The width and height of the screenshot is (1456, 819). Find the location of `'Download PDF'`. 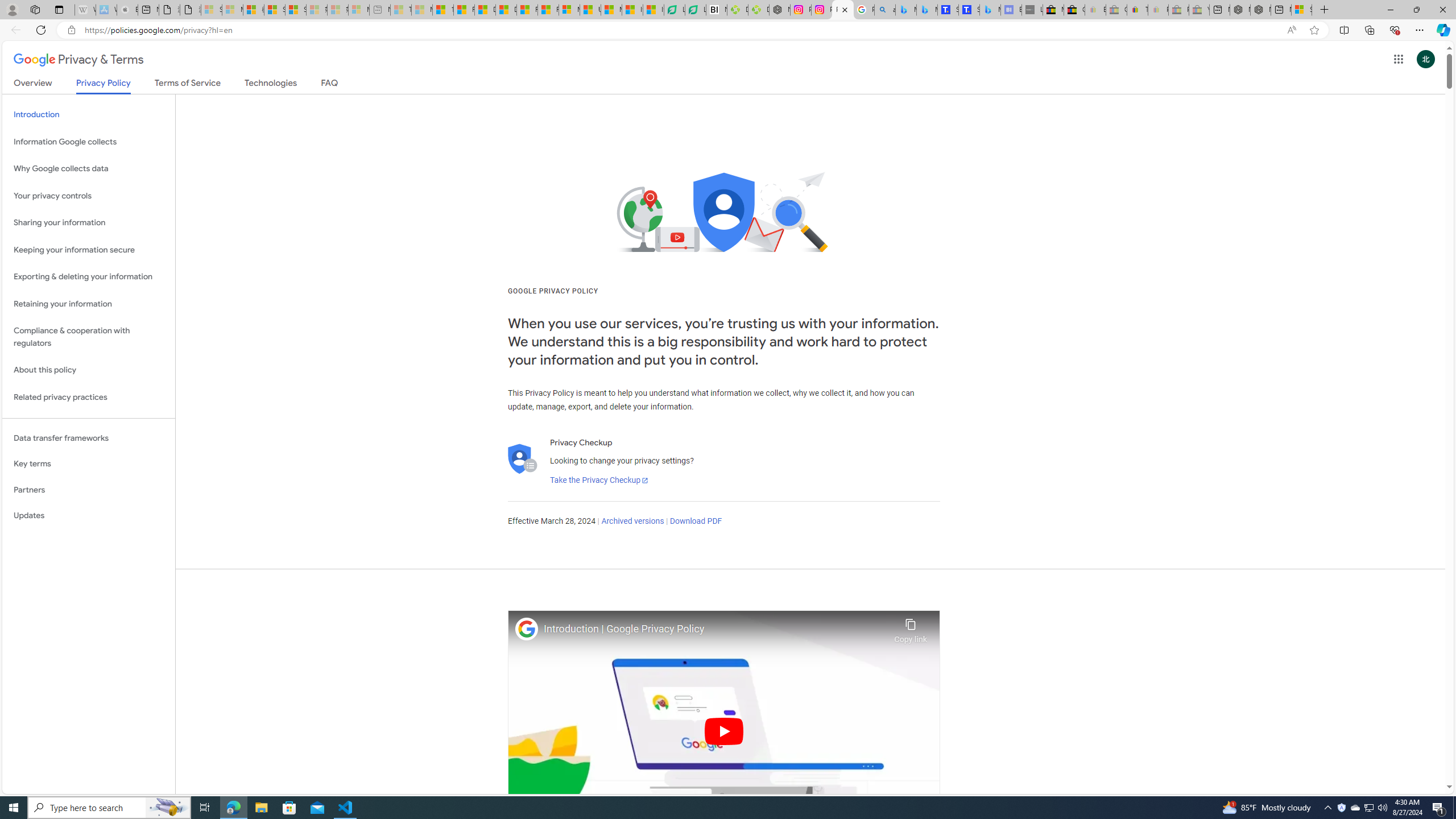

'Download PDF' is located at coordinates (695, 521).